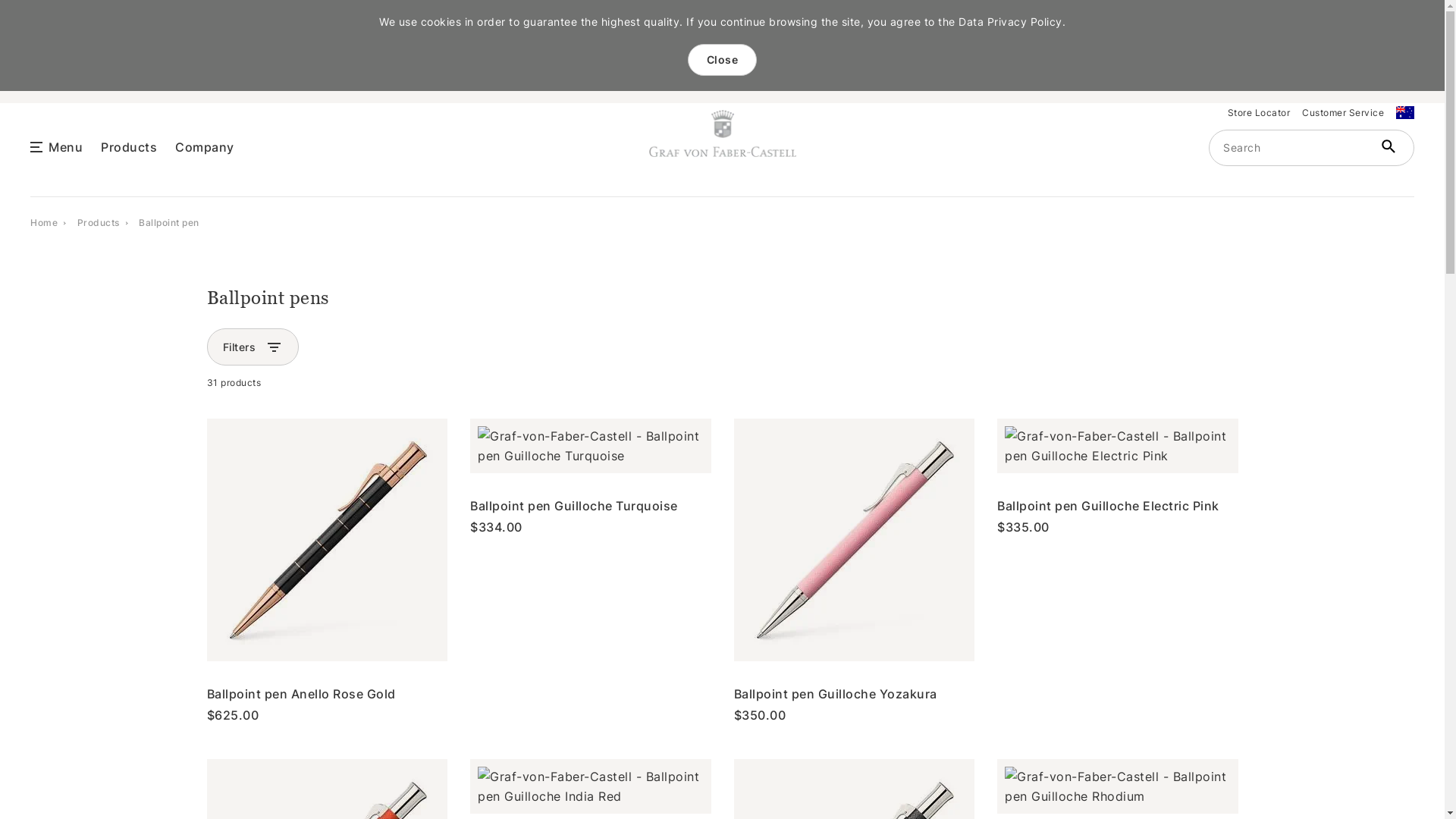  Describe the element at coordinates (128, 146) in the screenshot. I see `'Products'` at that location.